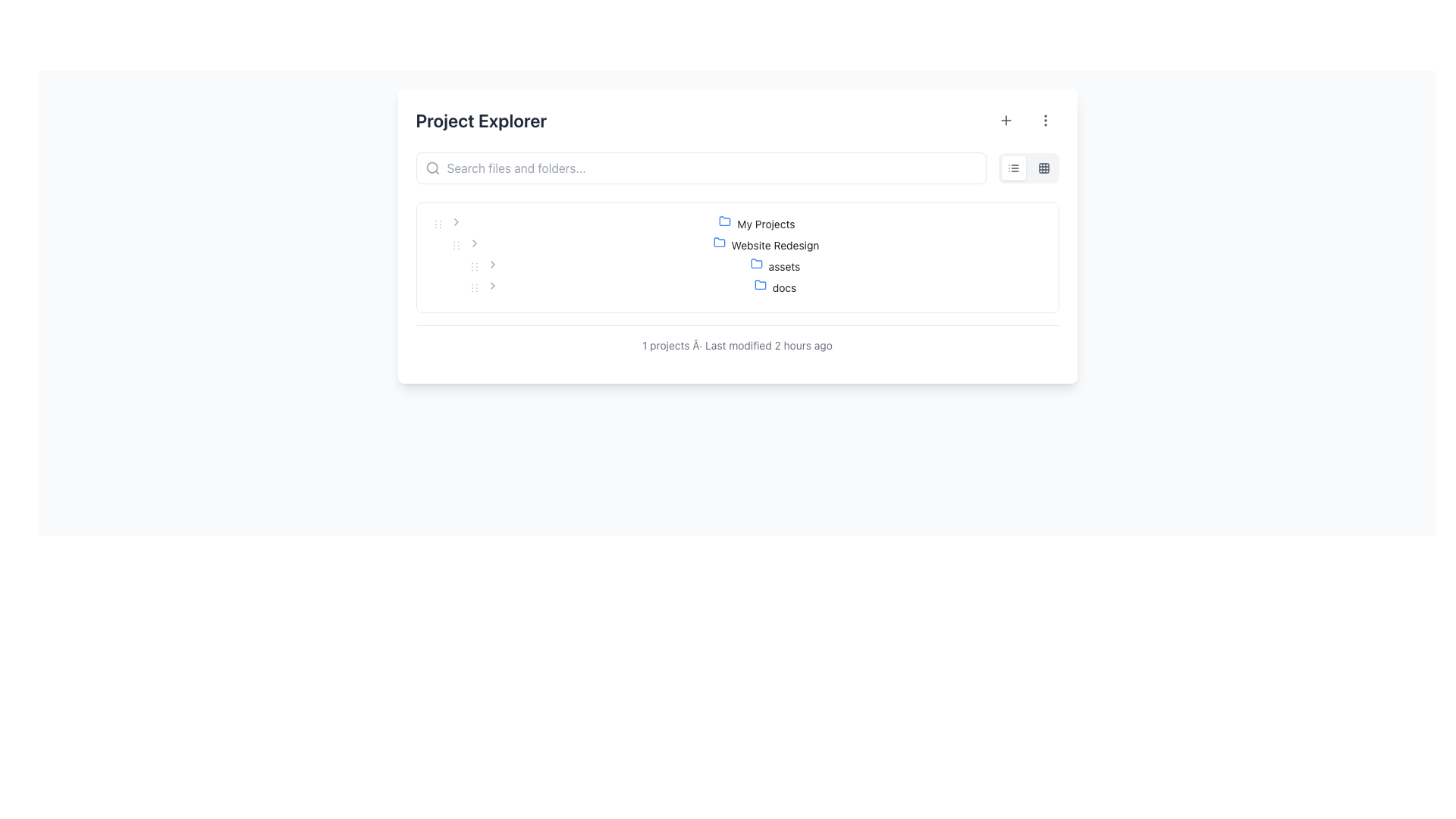  What do you see at coordinates (759, 265) in the screenshot?
I see `folder icon located in the 'assets' row of the file explorer UI, which has a blue outline and a rectangular shape` at bounding box center [759, 265].